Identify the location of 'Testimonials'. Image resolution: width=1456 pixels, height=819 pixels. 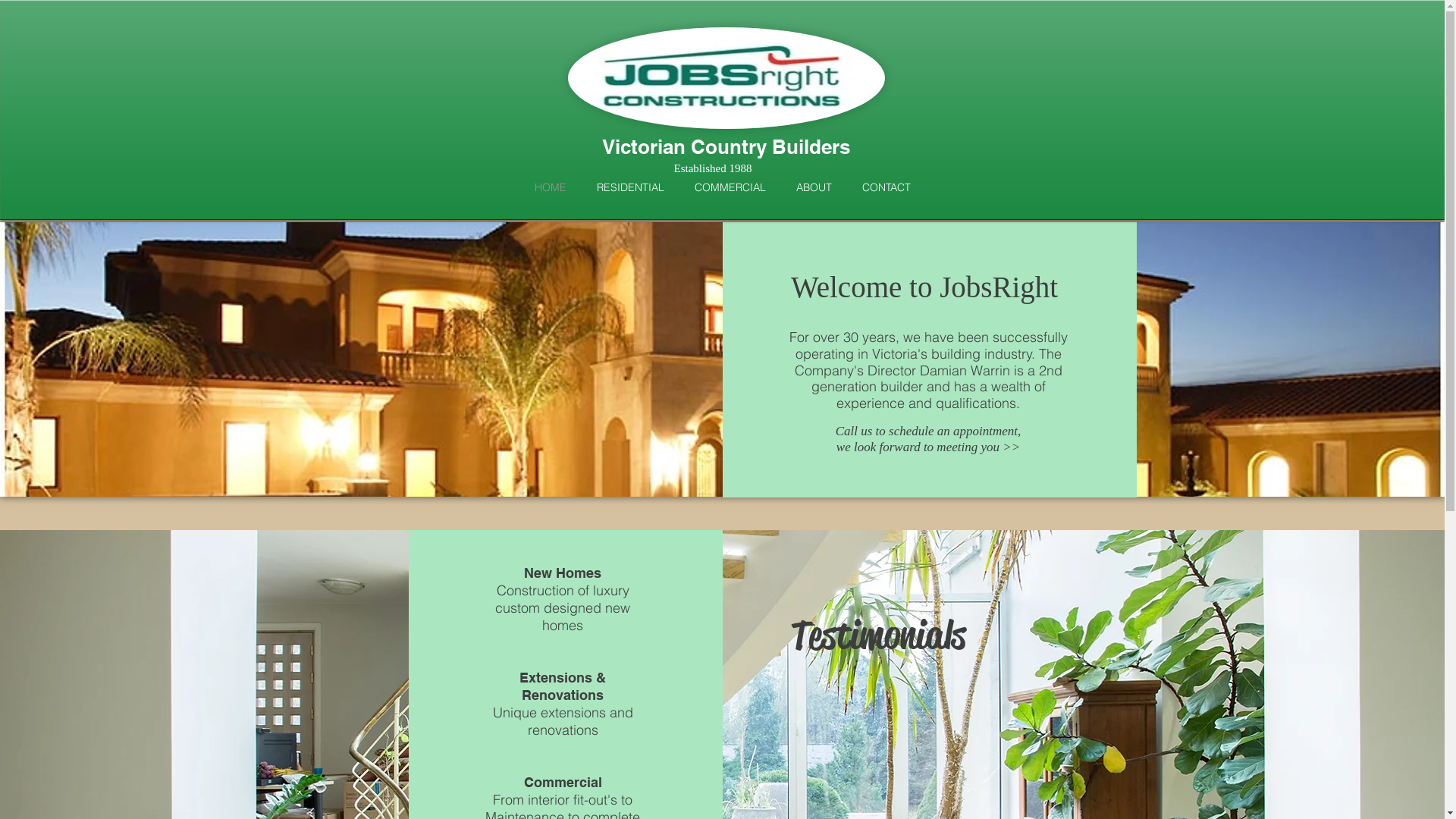
(940, 719).